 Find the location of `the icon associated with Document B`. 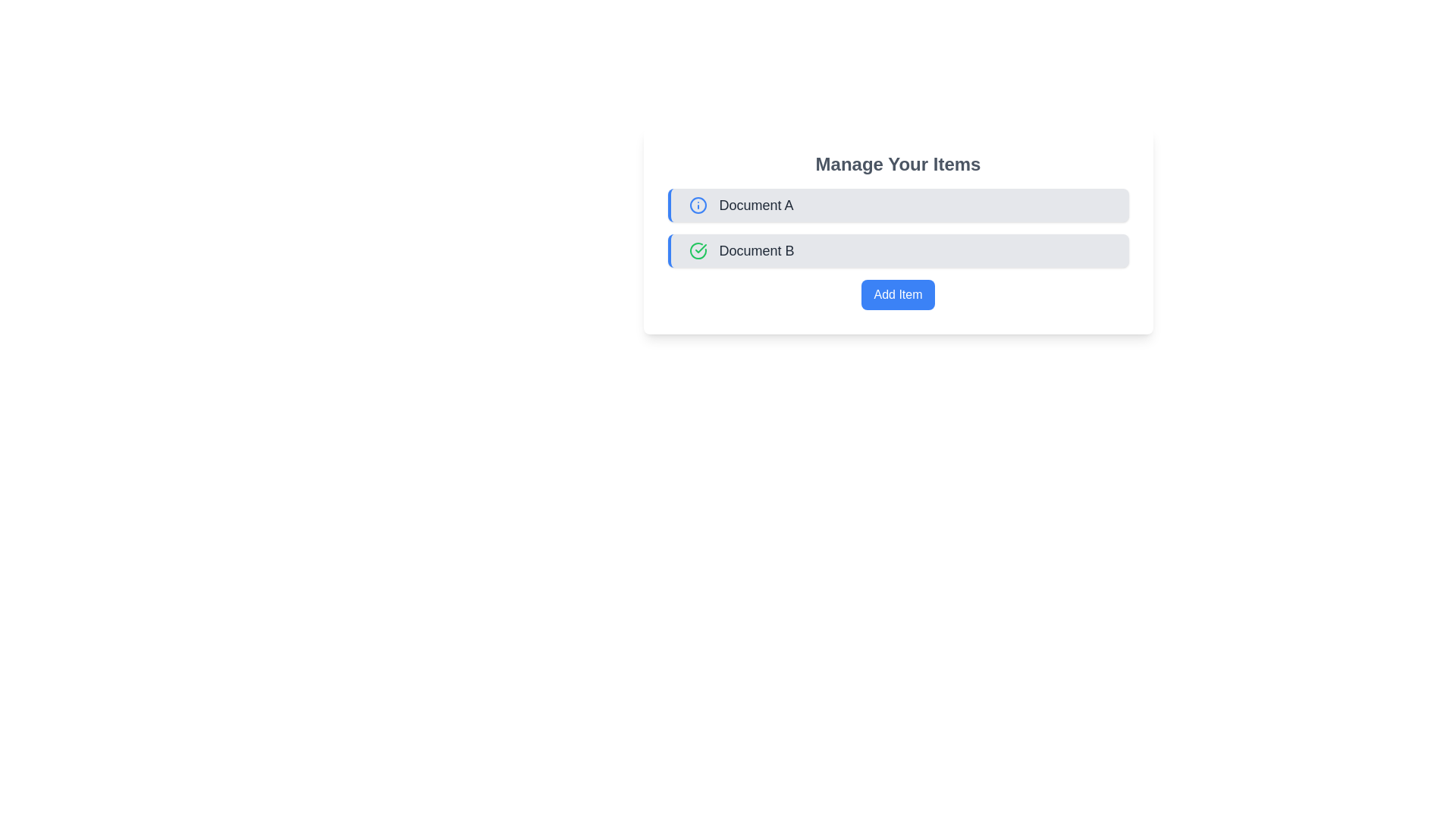

the icon associated with Document B is located at coordinates (697, 250).